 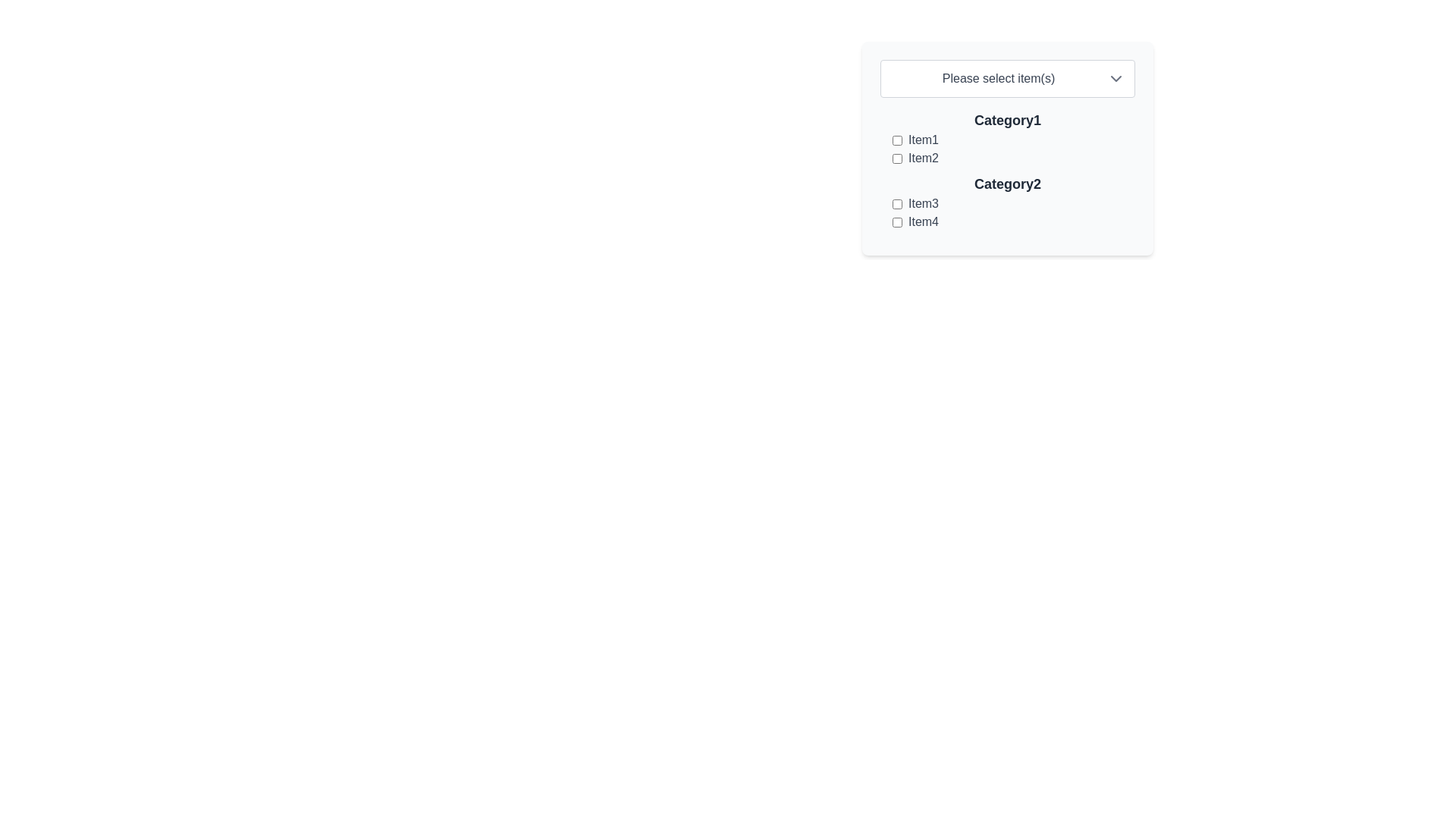 What do you see at coordinates (923, 158) in the screenshot?
I see `text content of the label reading 'Item2', which is styled in gray color and located in the second row of a selectable list within 'Category1', adjacent to a checkbox` at bounding box center [923, 158].